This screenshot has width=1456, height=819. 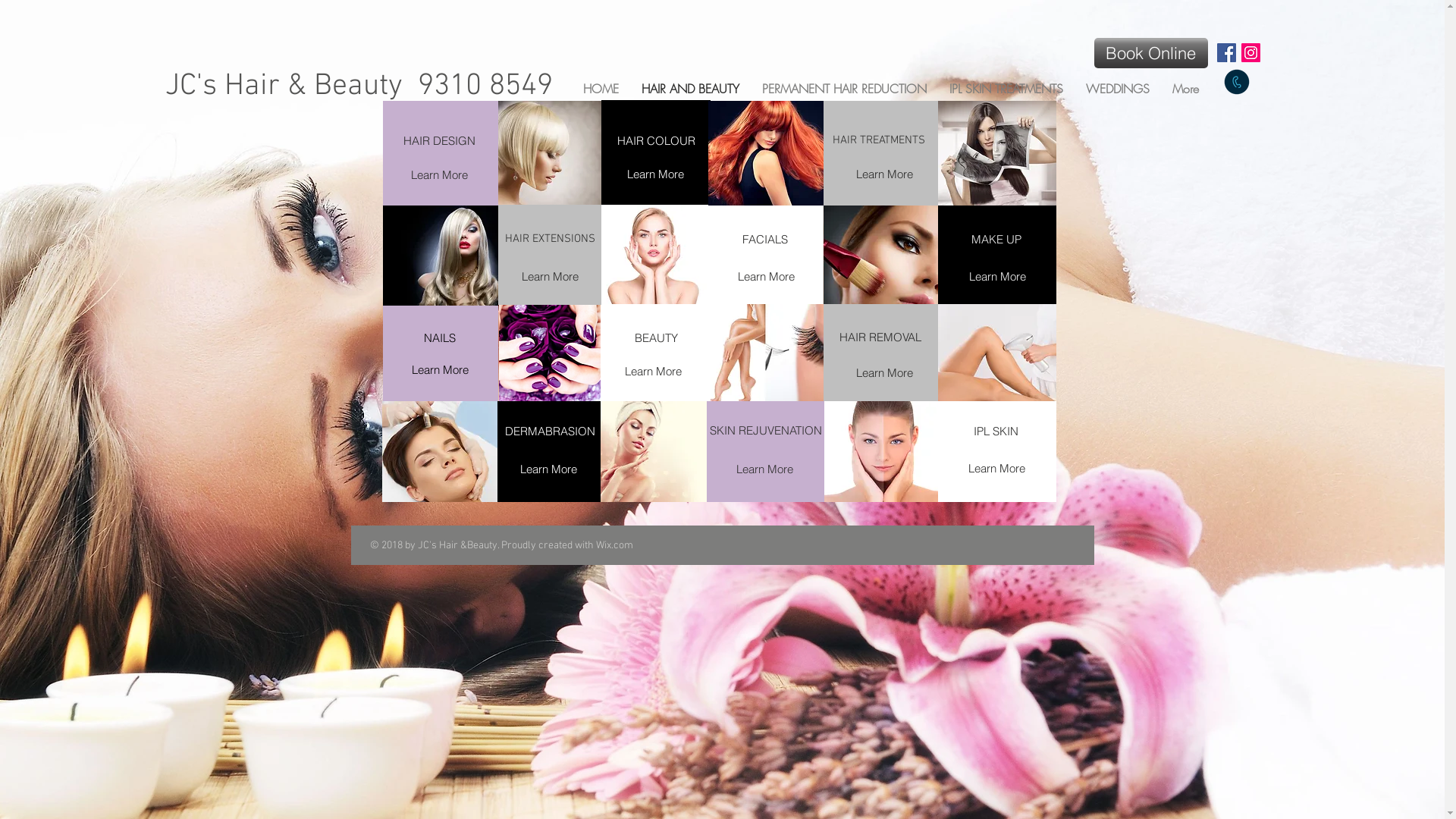 What do you see at coordinates (997, 275) in the screenshot?
I see `'Learn More'` at bounding box center [997, 275].